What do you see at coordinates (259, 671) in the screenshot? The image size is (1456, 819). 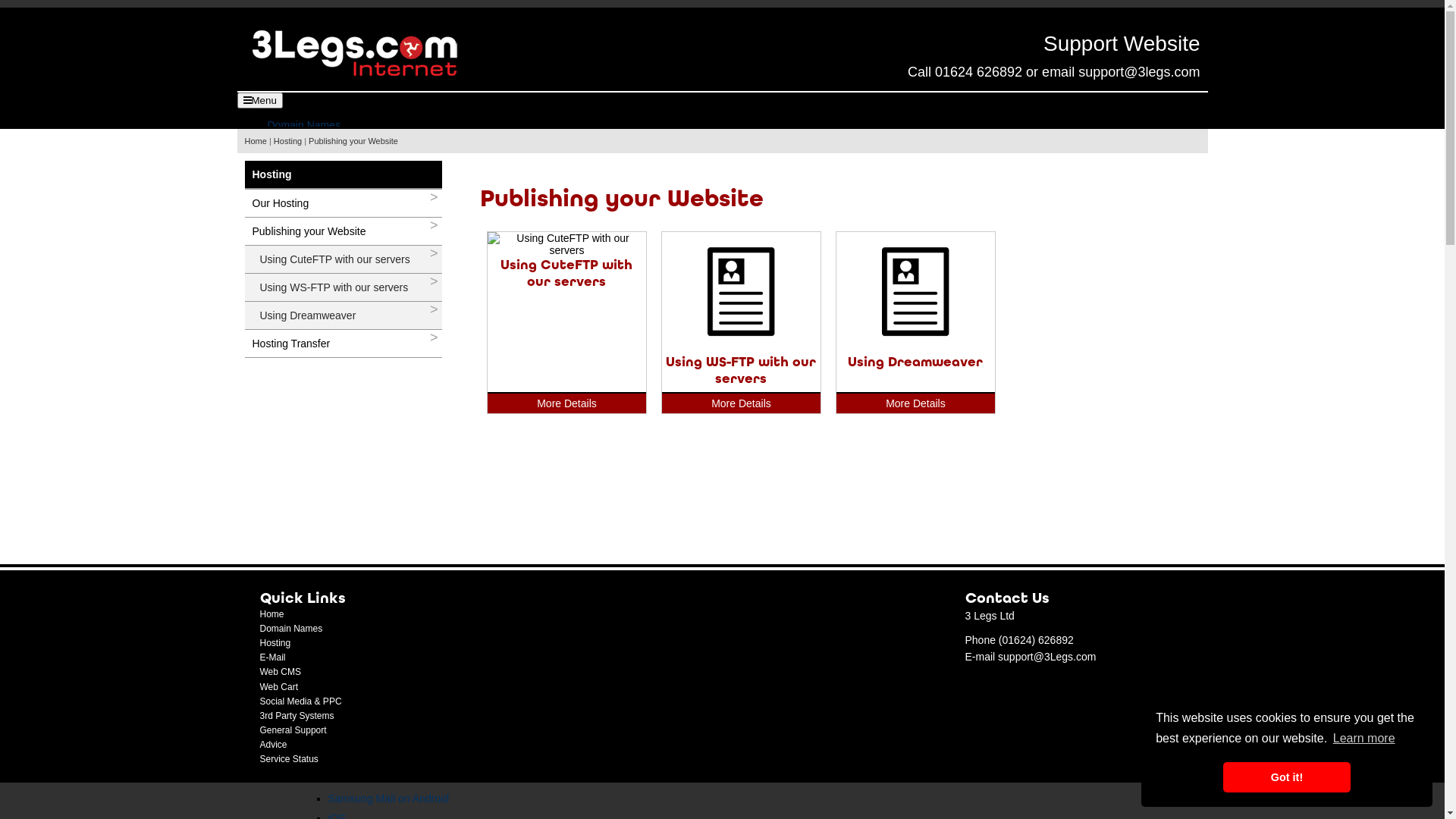 I see `'Web CMS'` at bounding box center [259, 671].